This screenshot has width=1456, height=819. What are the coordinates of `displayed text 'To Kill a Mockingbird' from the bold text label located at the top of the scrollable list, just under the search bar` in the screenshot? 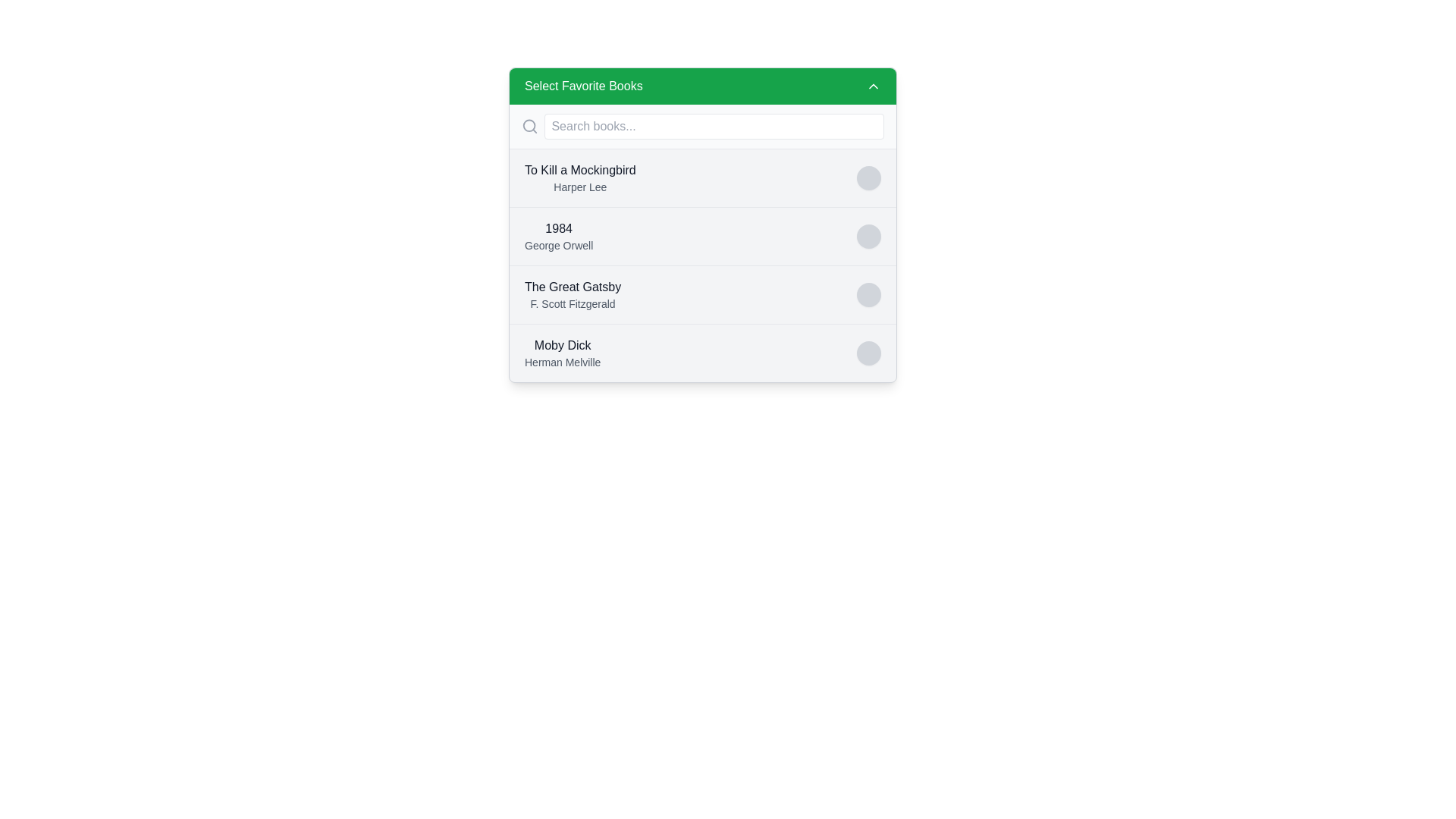 It's located at (579, 170).